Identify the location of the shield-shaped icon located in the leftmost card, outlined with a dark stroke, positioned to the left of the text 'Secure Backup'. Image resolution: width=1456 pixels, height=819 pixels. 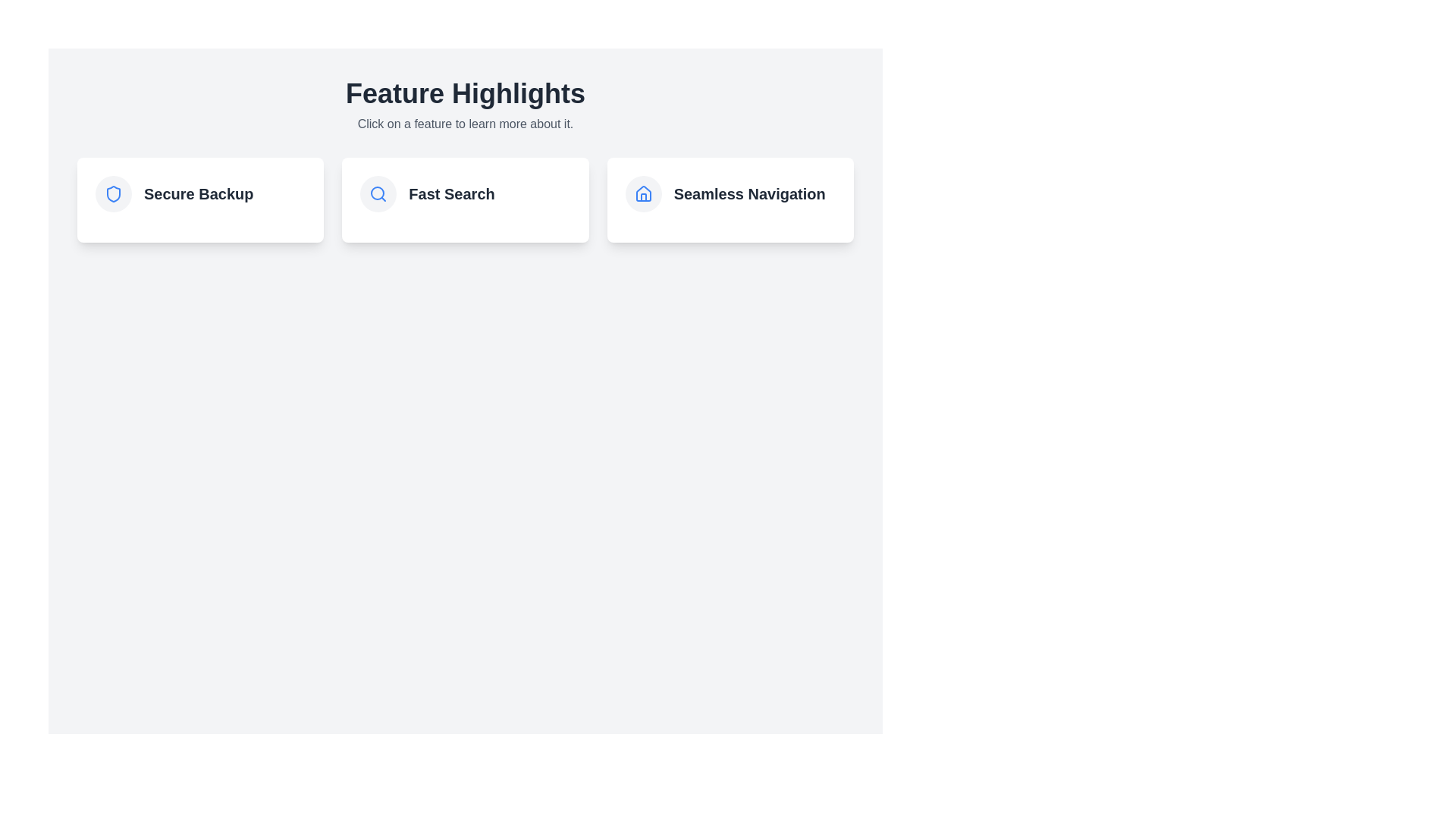
(112, 193).